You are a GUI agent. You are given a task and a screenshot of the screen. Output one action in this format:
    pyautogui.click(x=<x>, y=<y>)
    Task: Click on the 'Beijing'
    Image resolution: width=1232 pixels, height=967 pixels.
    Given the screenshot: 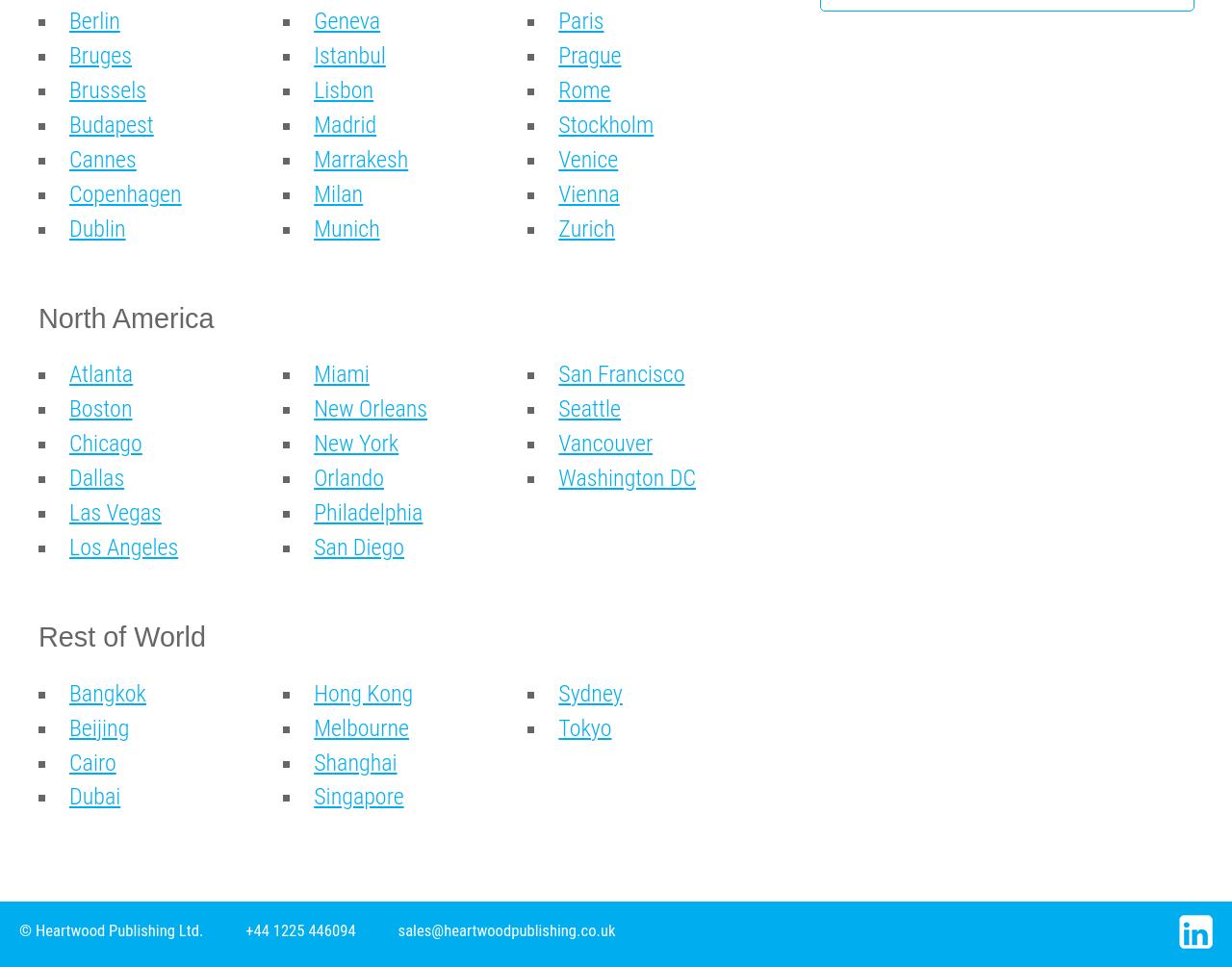 What is the action you would take?
    pyautogui.click(x=98, y=726)
    